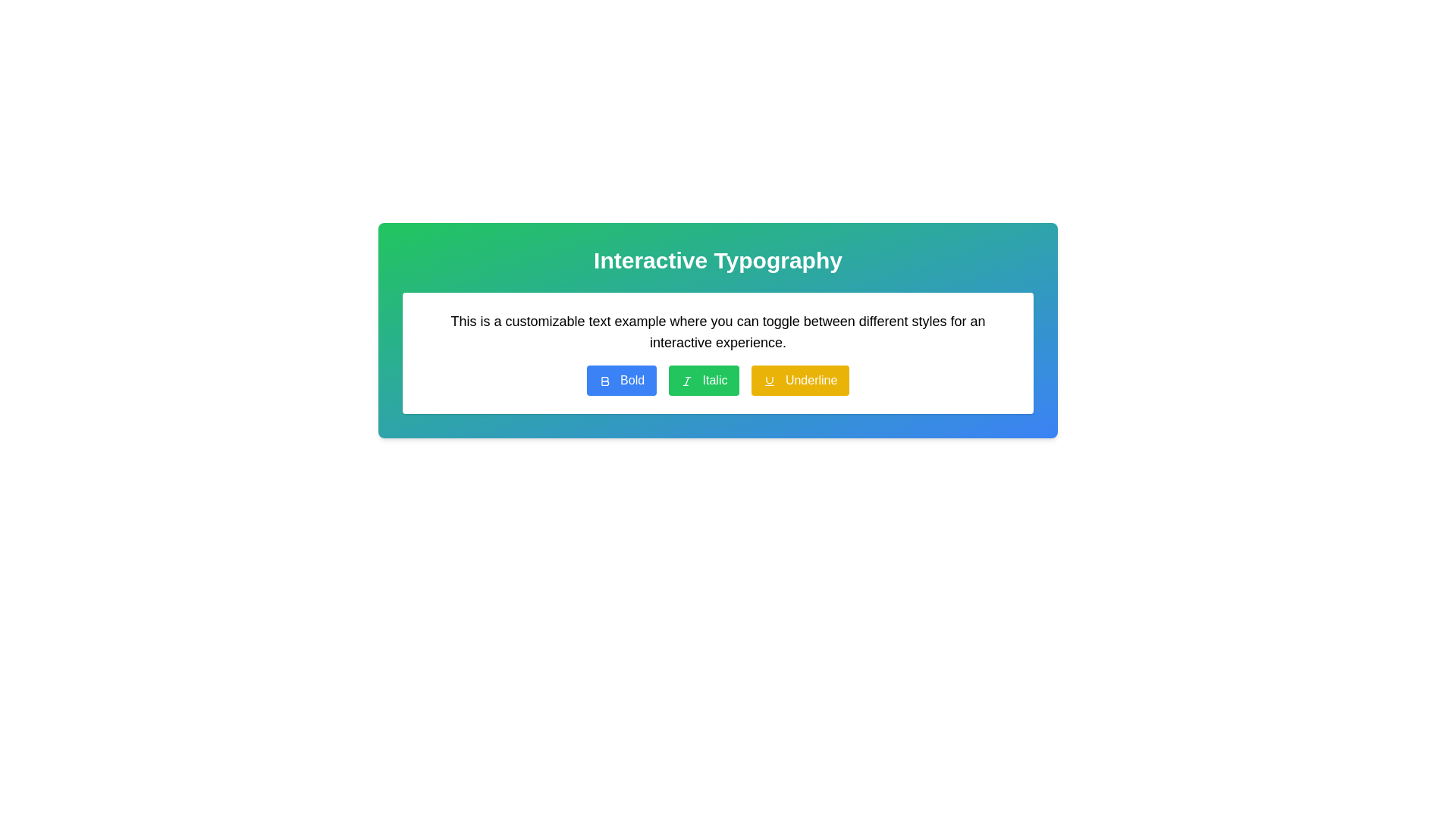 The width and height of the screenshot is (1456, 819). What do you see at coordinates (703, 379) in the screenshot?
I see `the second button in a horizontal row` at bounding box center [703, 379].